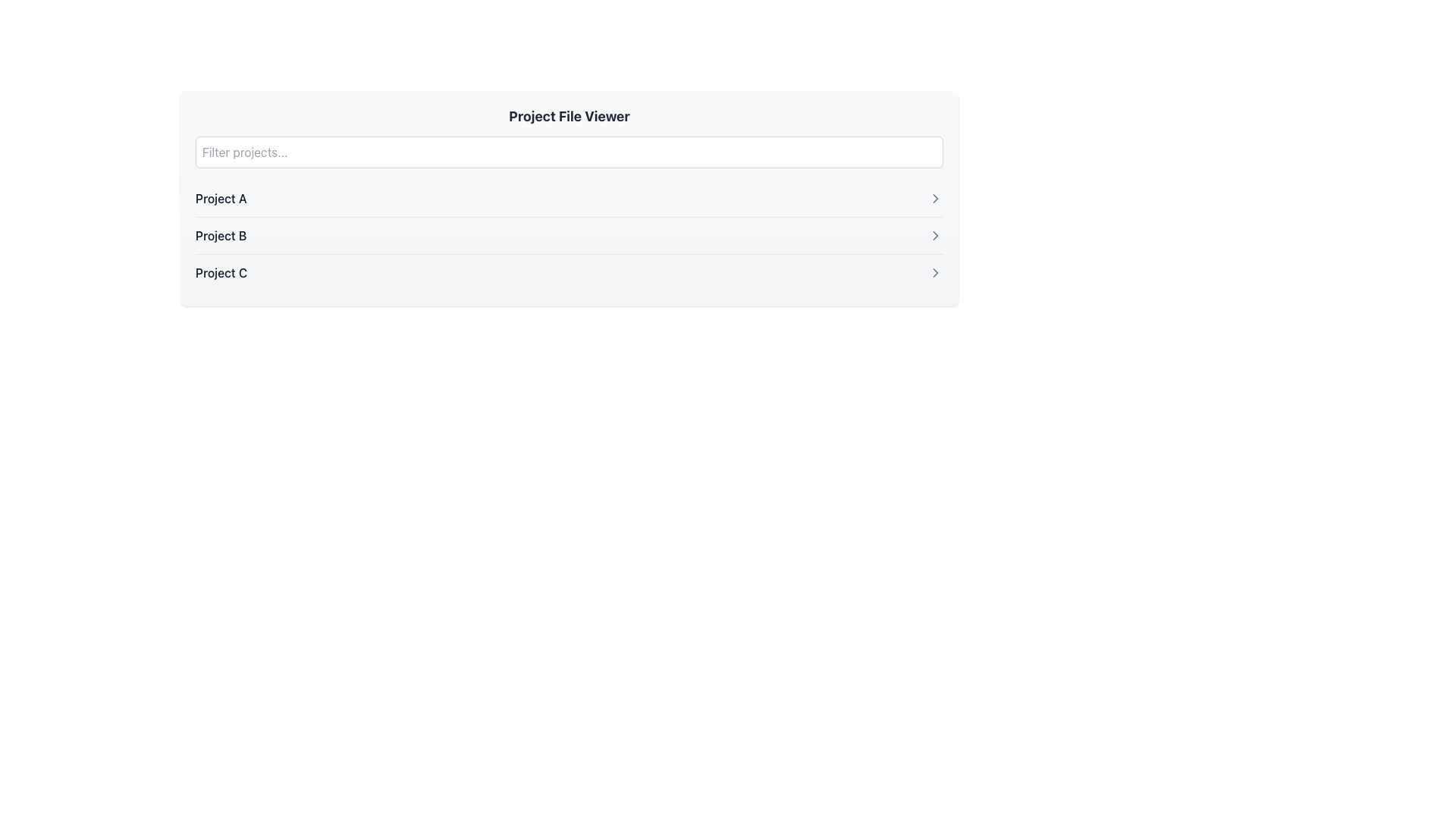  I want to click on to select the list item representing 'Project B', which is the second entry in the vertically arranged list, so click(568, 235).